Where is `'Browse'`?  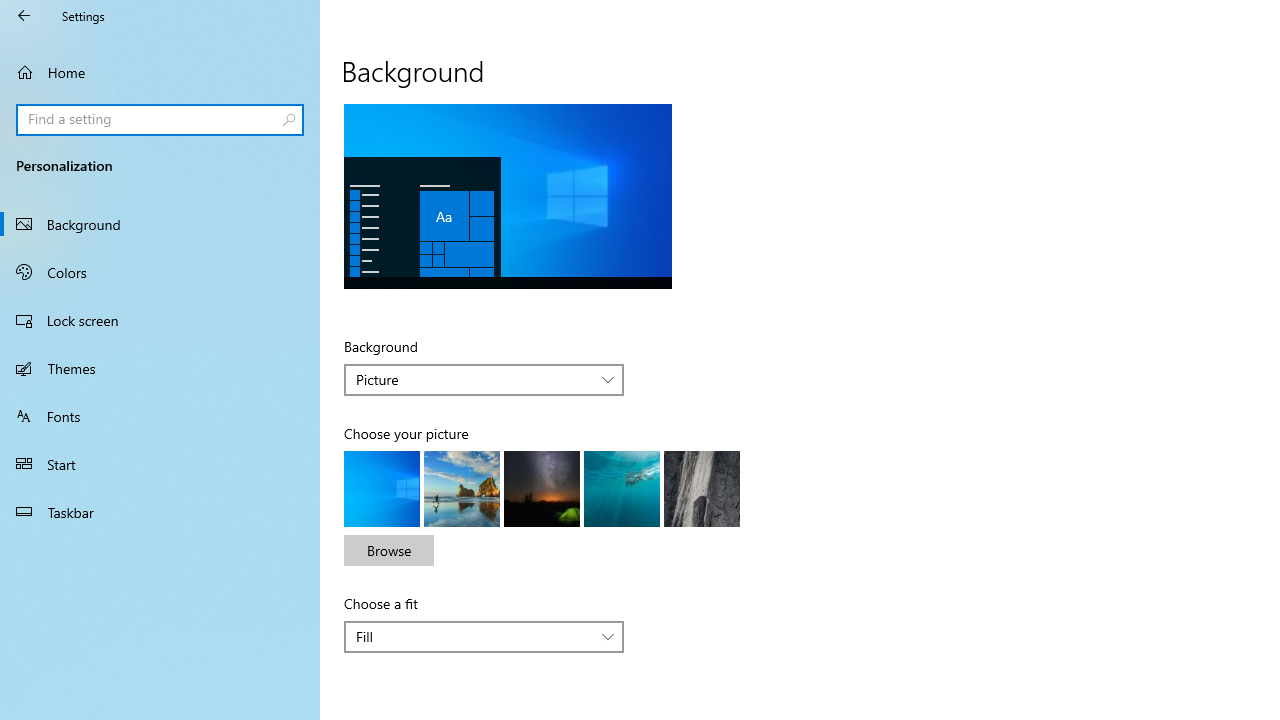
'Browse' is located at coordinates (389, 550).